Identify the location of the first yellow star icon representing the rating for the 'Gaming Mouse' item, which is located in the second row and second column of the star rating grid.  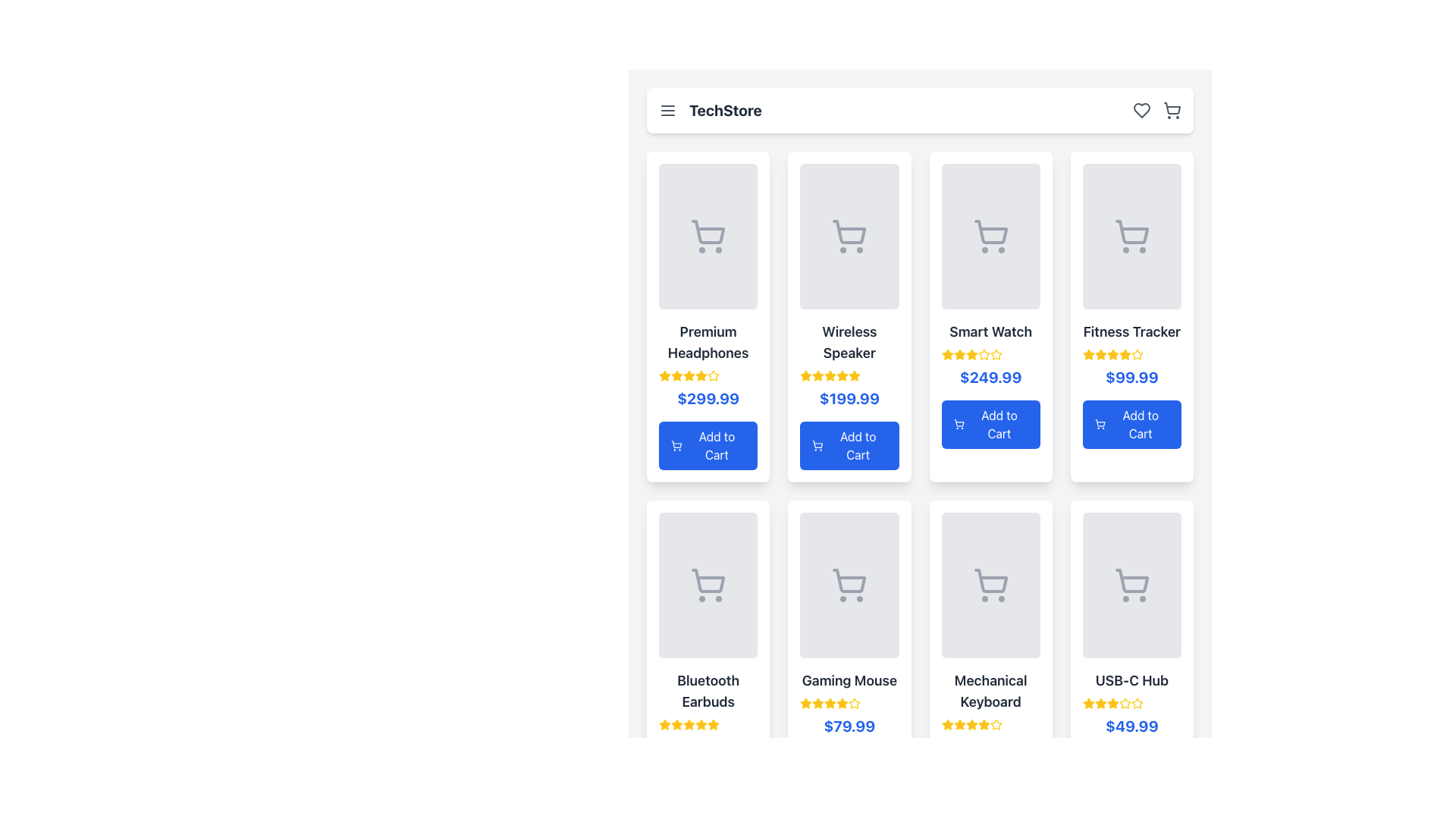
(805, 704).